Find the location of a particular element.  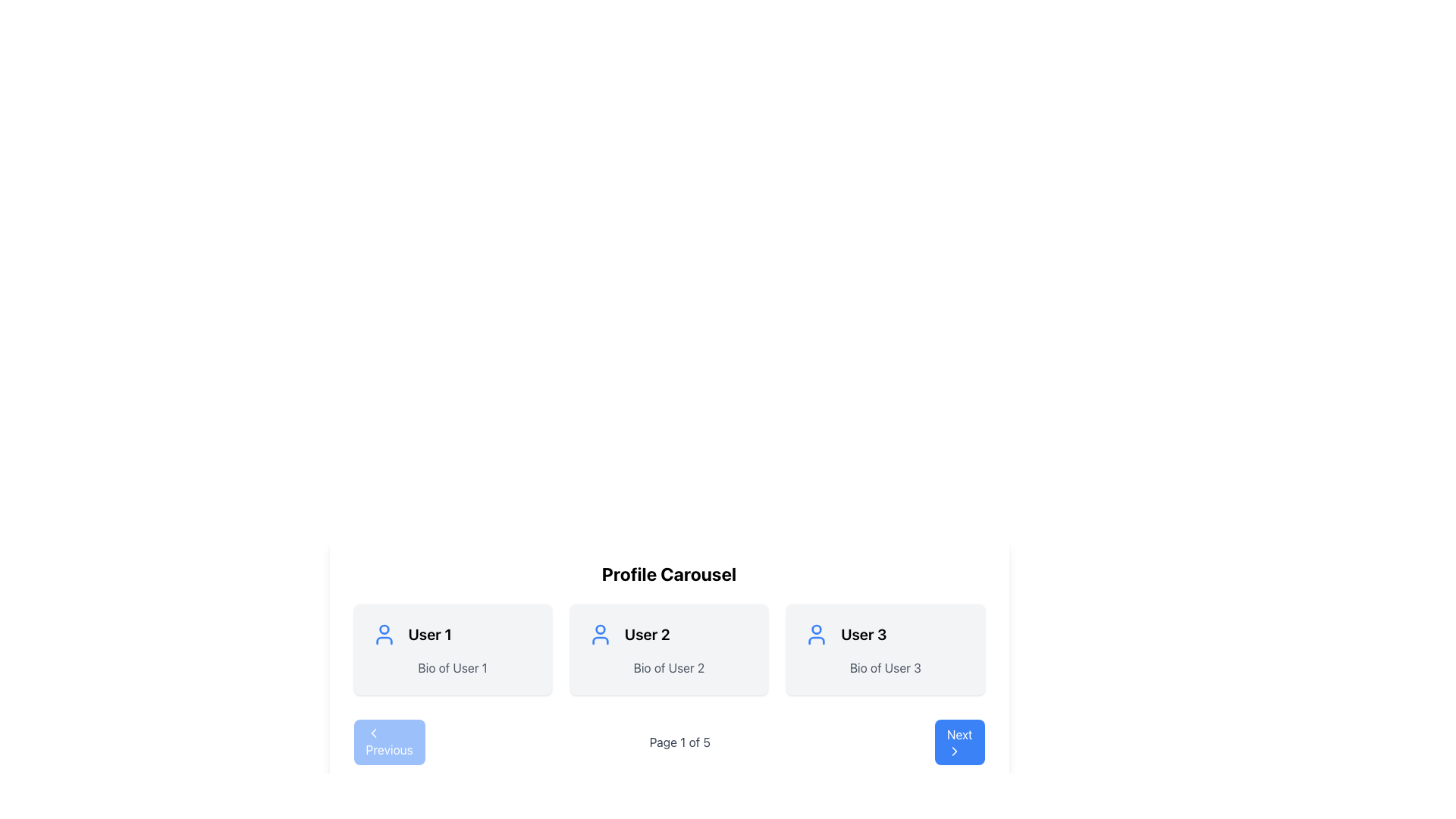

the lower part of the user icon within the 'User 2' profile card located in the center of the carousel is located at coordinates (599, 640).